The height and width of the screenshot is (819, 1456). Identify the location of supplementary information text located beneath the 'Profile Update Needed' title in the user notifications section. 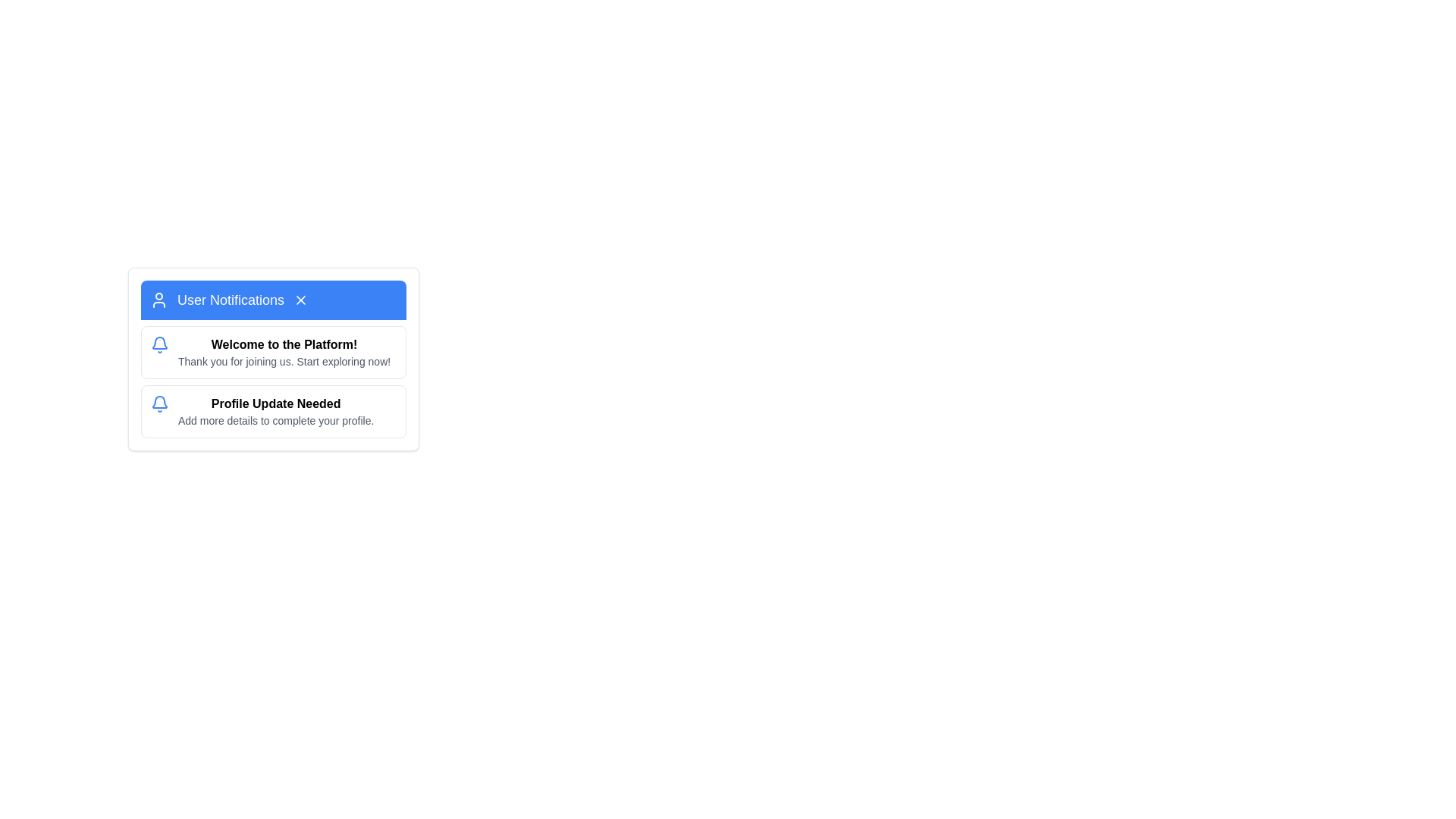
(276, 421).